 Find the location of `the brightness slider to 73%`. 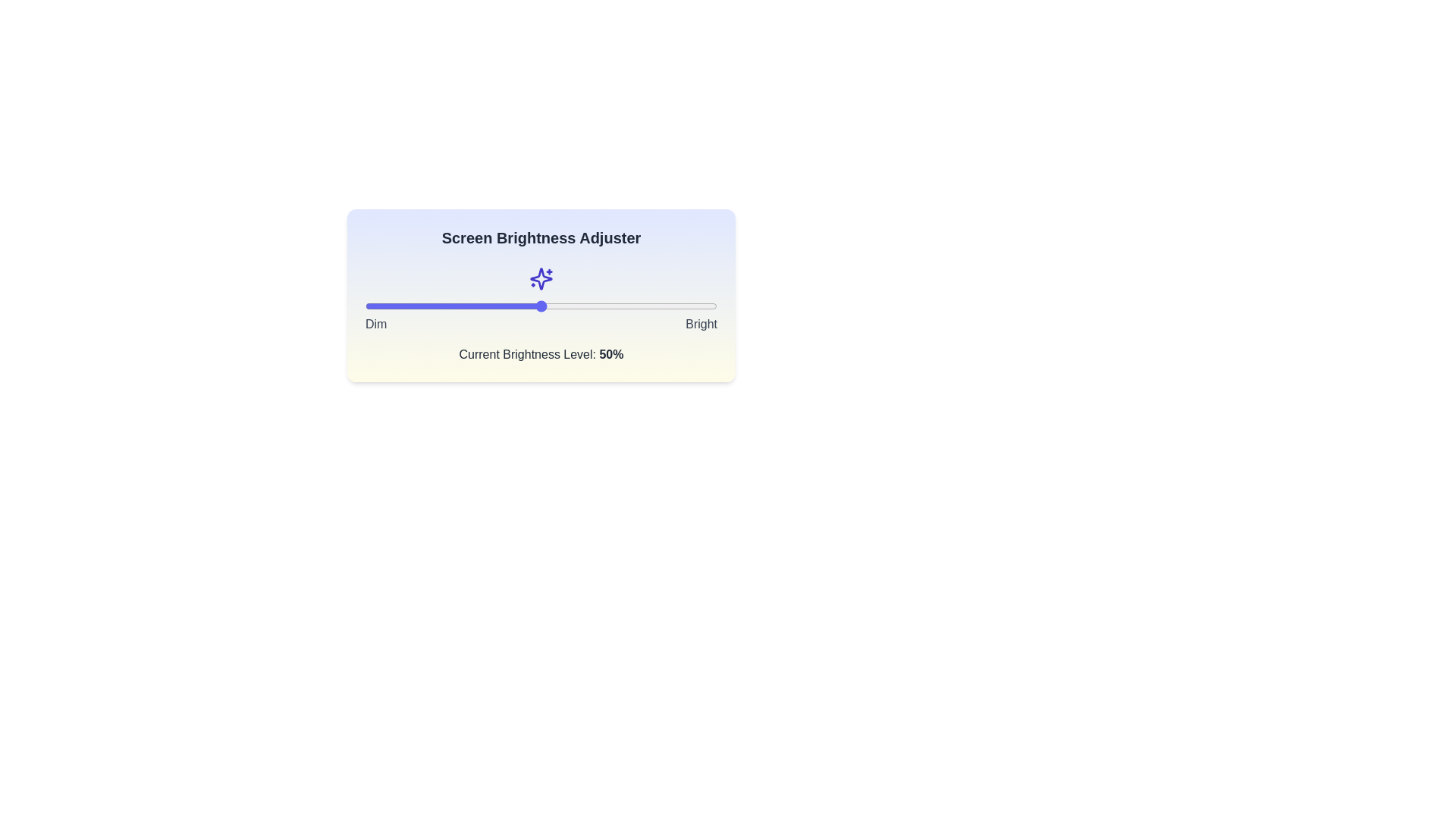

the brightness slider to 73% is located at coordinates (622, 306).